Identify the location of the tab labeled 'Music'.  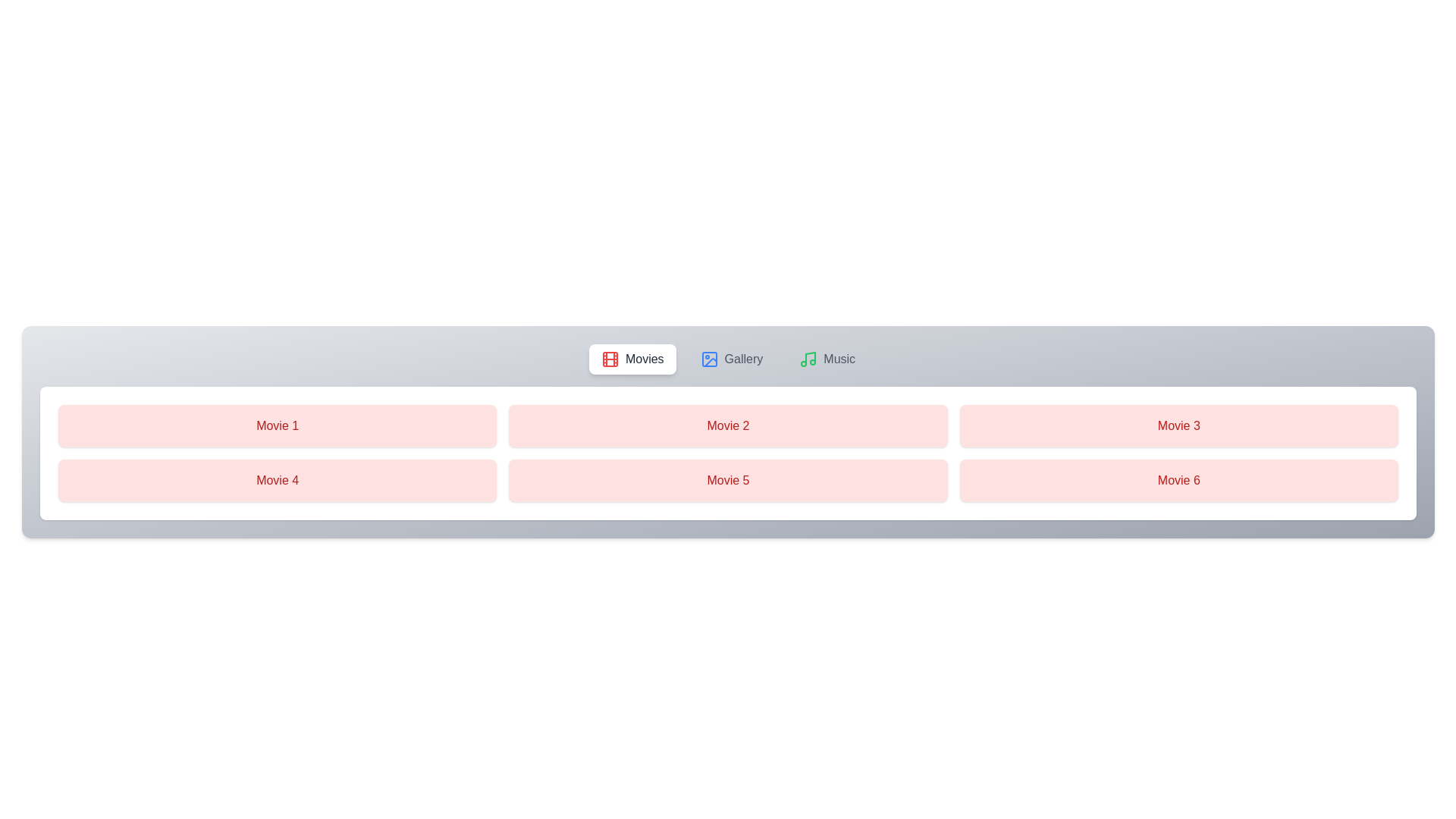
(827, 359).